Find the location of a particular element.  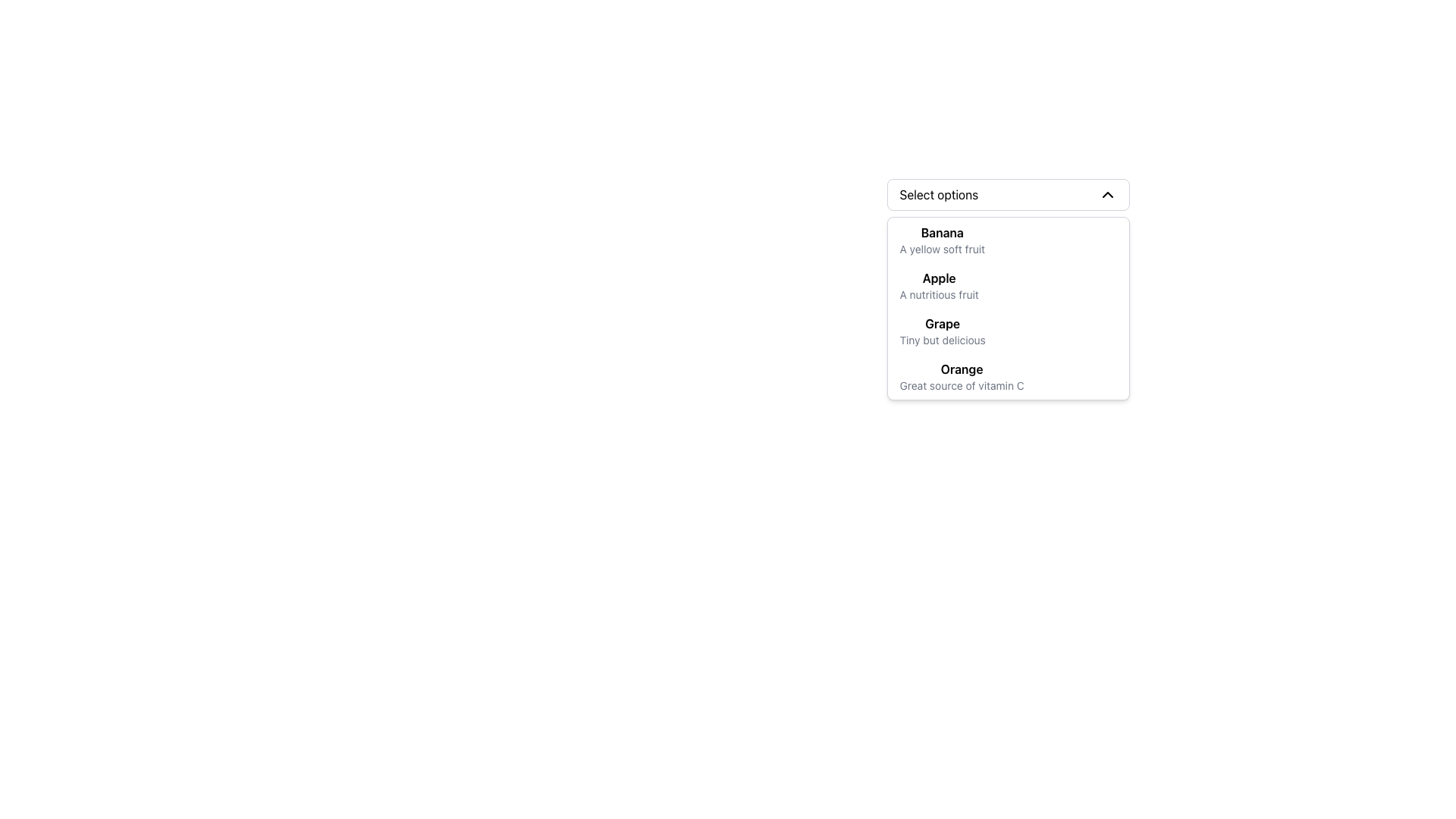

the 'Apple' dropdown menu item, which is the second item in the dropdown list is located at coordinates (938, 286).